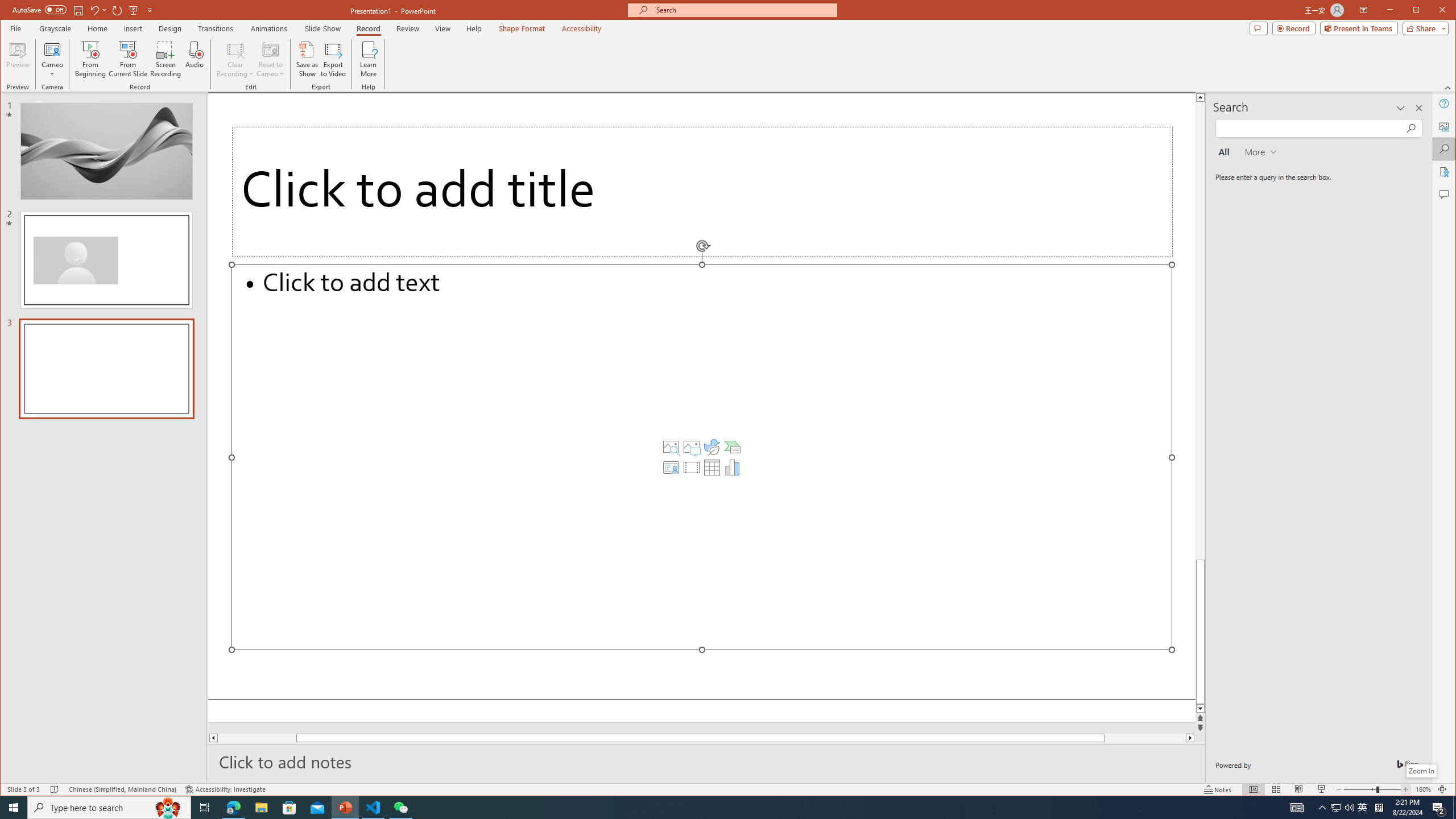 Image resolution: width=1456 pixels, height=819 pixels. I want to click on 'Preview', so click(18, 59).